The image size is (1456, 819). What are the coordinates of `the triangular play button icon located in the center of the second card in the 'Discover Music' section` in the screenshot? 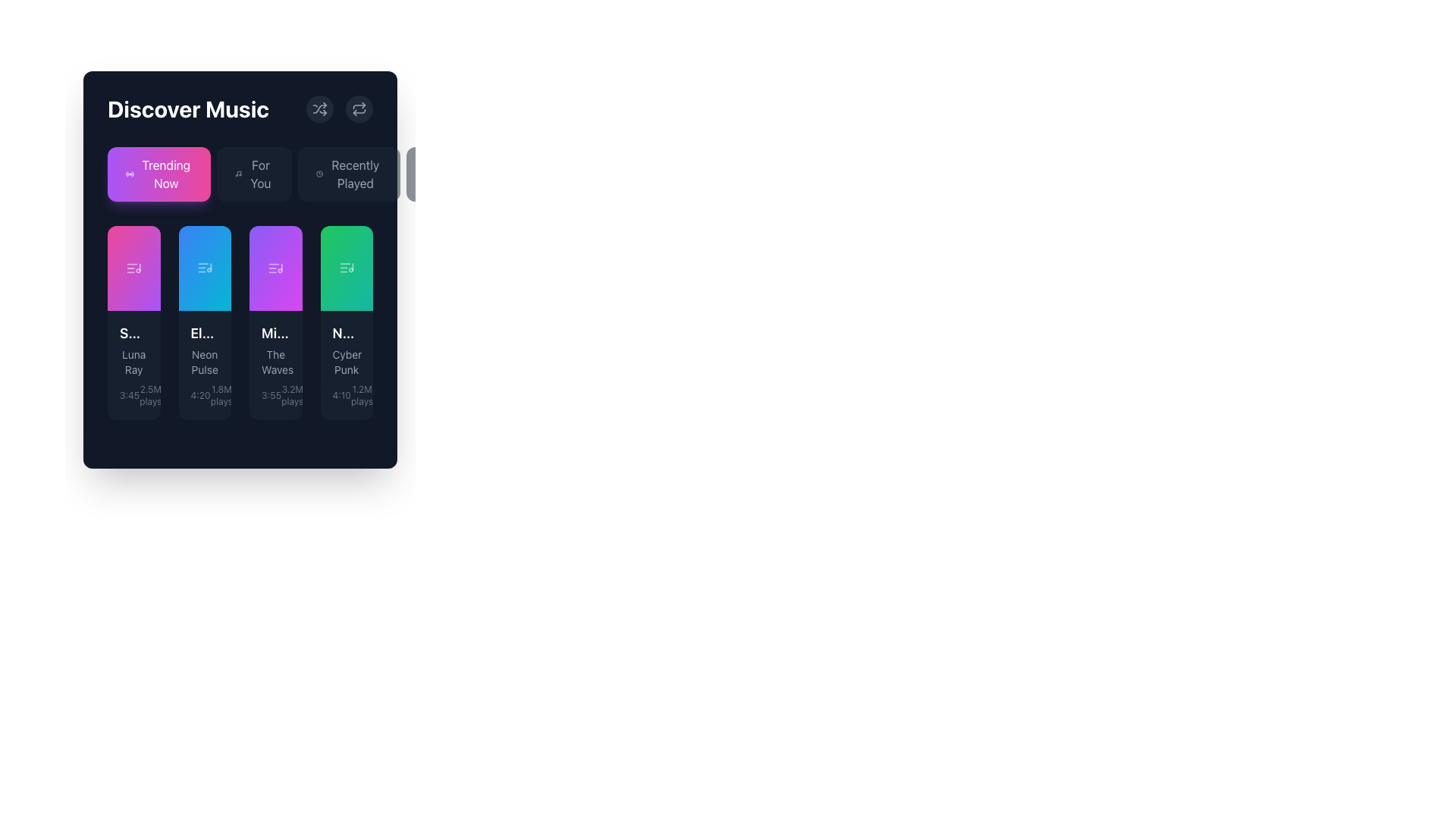 It's located at (206, 268).